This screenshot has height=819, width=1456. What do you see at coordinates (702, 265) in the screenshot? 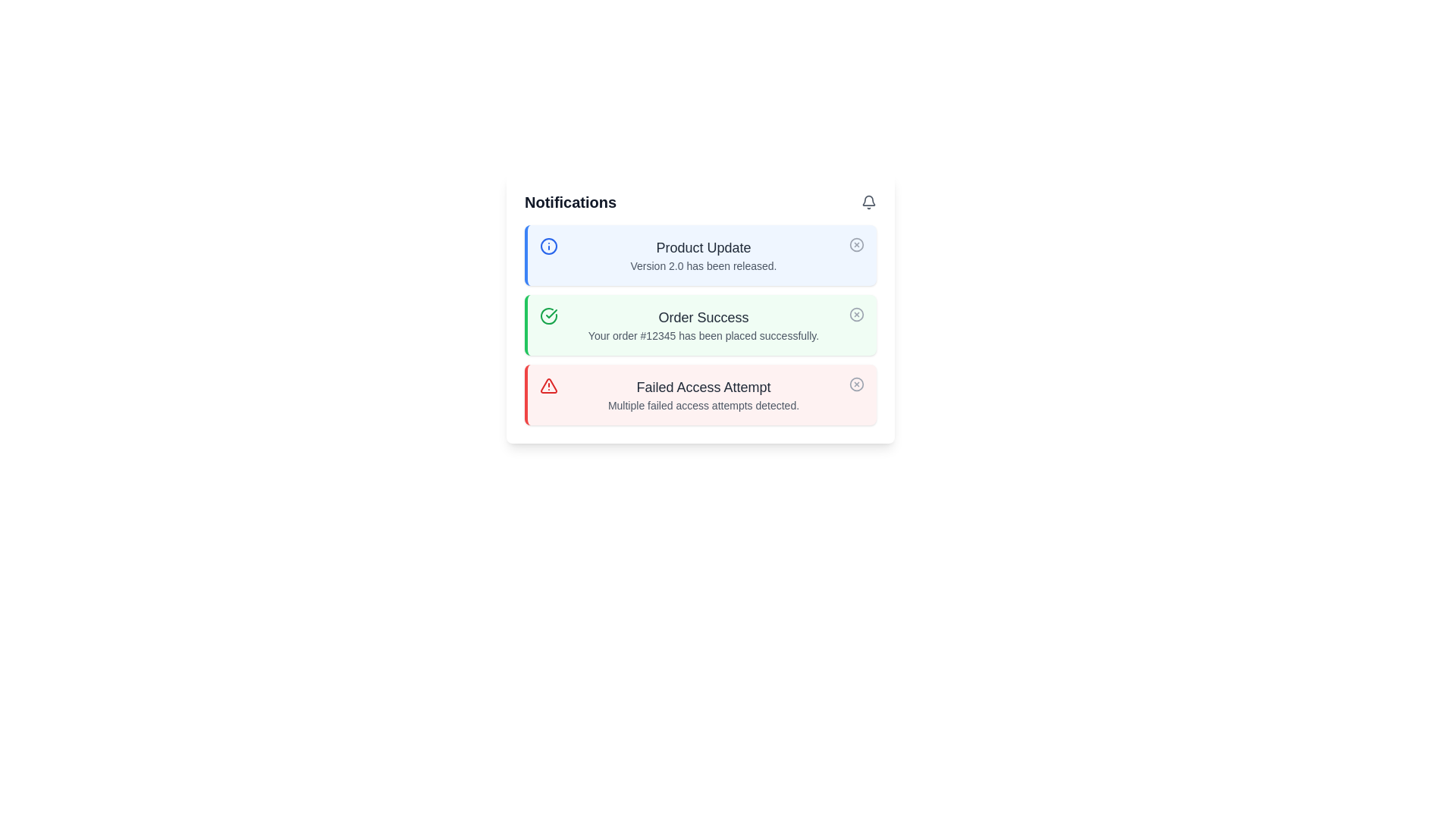
I see `the static text label displaying the message 'Version 2.0 has been released.' located under the 'Product Update' title in the notification card` at bounding box center [702, 265].